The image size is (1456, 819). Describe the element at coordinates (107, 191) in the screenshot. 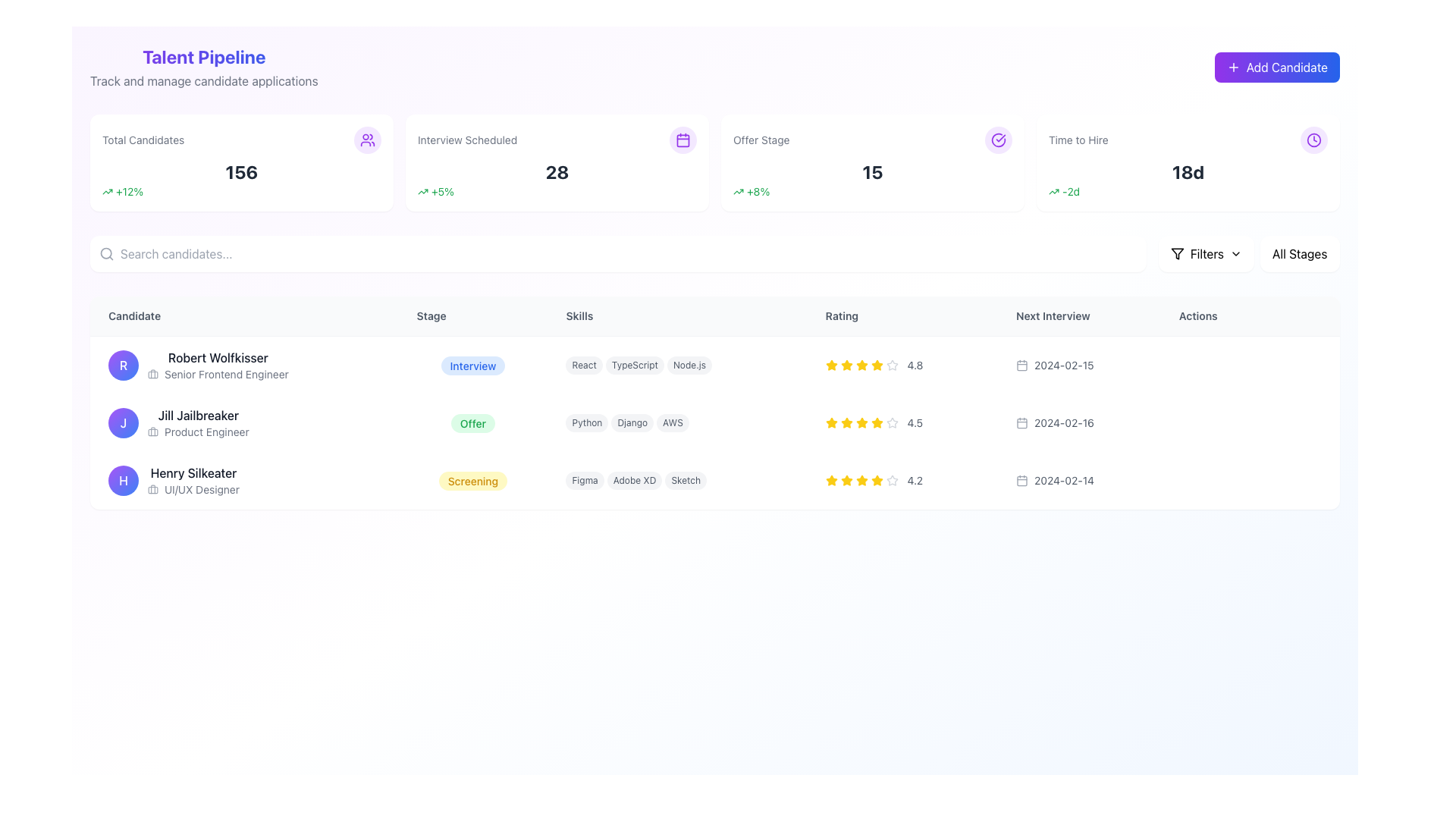

I see `the small upward-pointing trend icon styled as a line graph in green, which is located just before the text '+12%' in the top-left section of the card displaying the total number of candidates` at that location.